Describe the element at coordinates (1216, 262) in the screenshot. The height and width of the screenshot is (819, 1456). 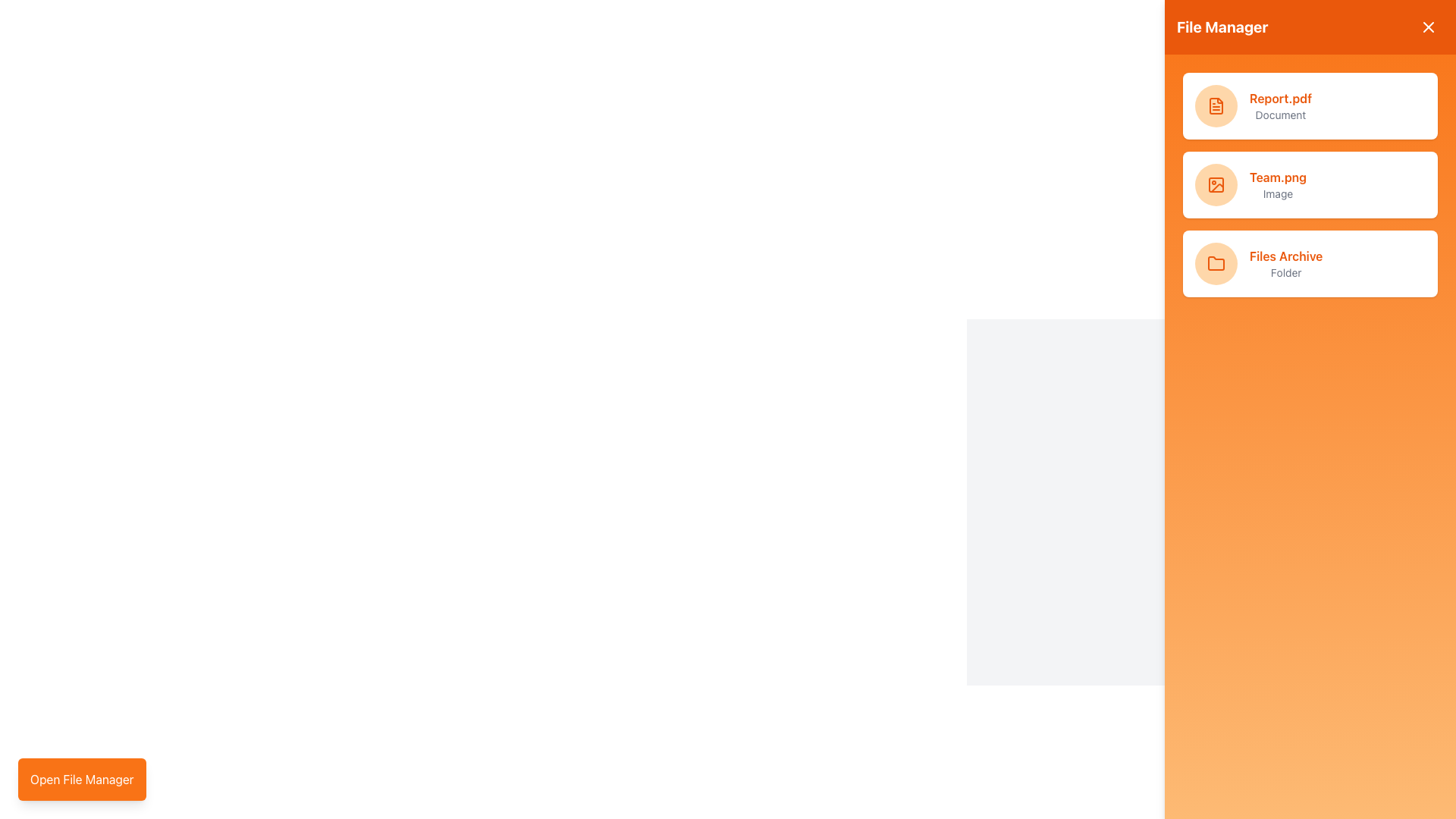
I see `the folder icon representing the 'Files Archive' entry in the right-side panel of the interface, which is the third entry below 'Team.png' and 'Report.pdf'` at that location.